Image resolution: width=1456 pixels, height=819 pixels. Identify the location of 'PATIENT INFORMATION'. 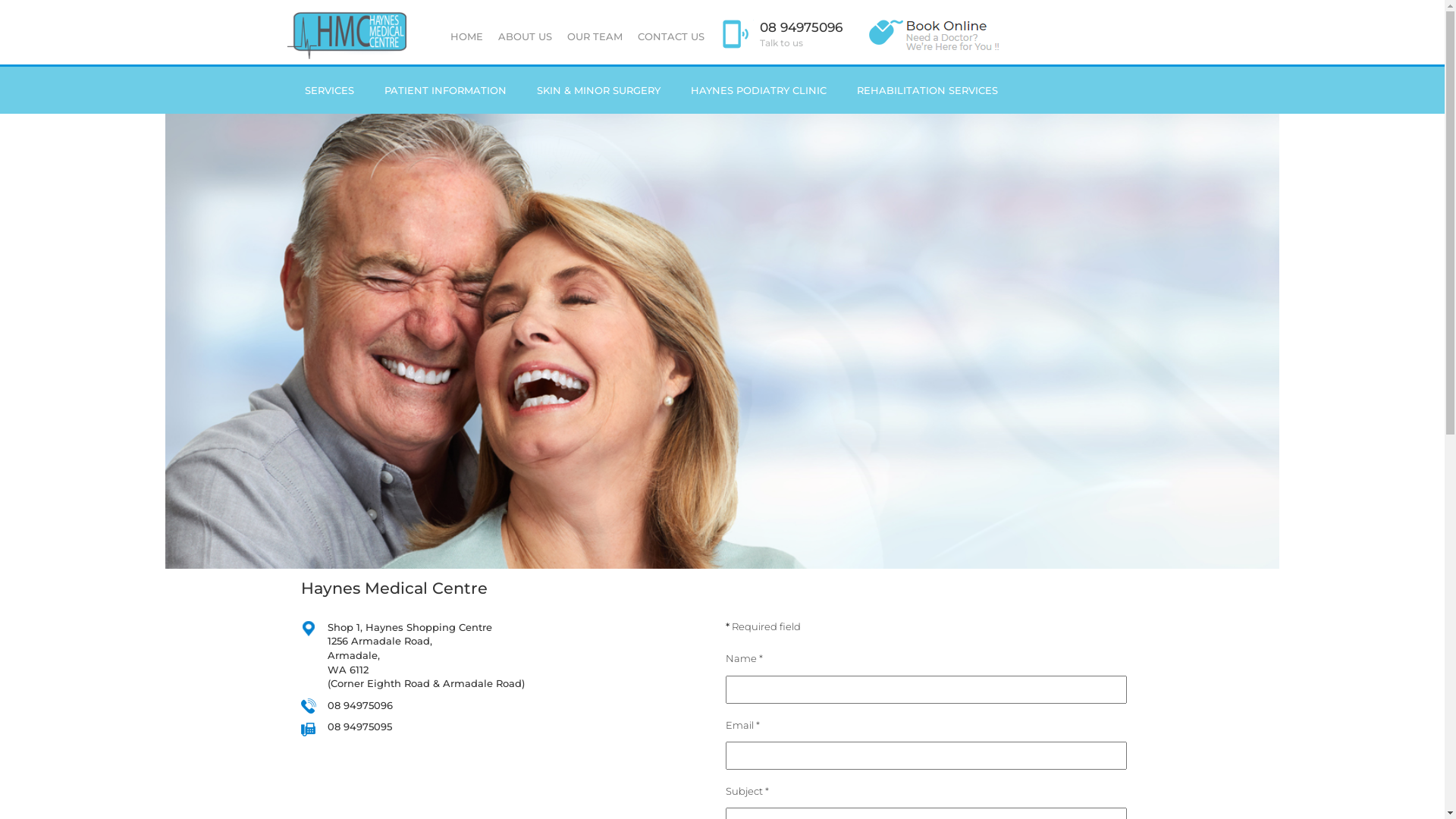
(444, 90).